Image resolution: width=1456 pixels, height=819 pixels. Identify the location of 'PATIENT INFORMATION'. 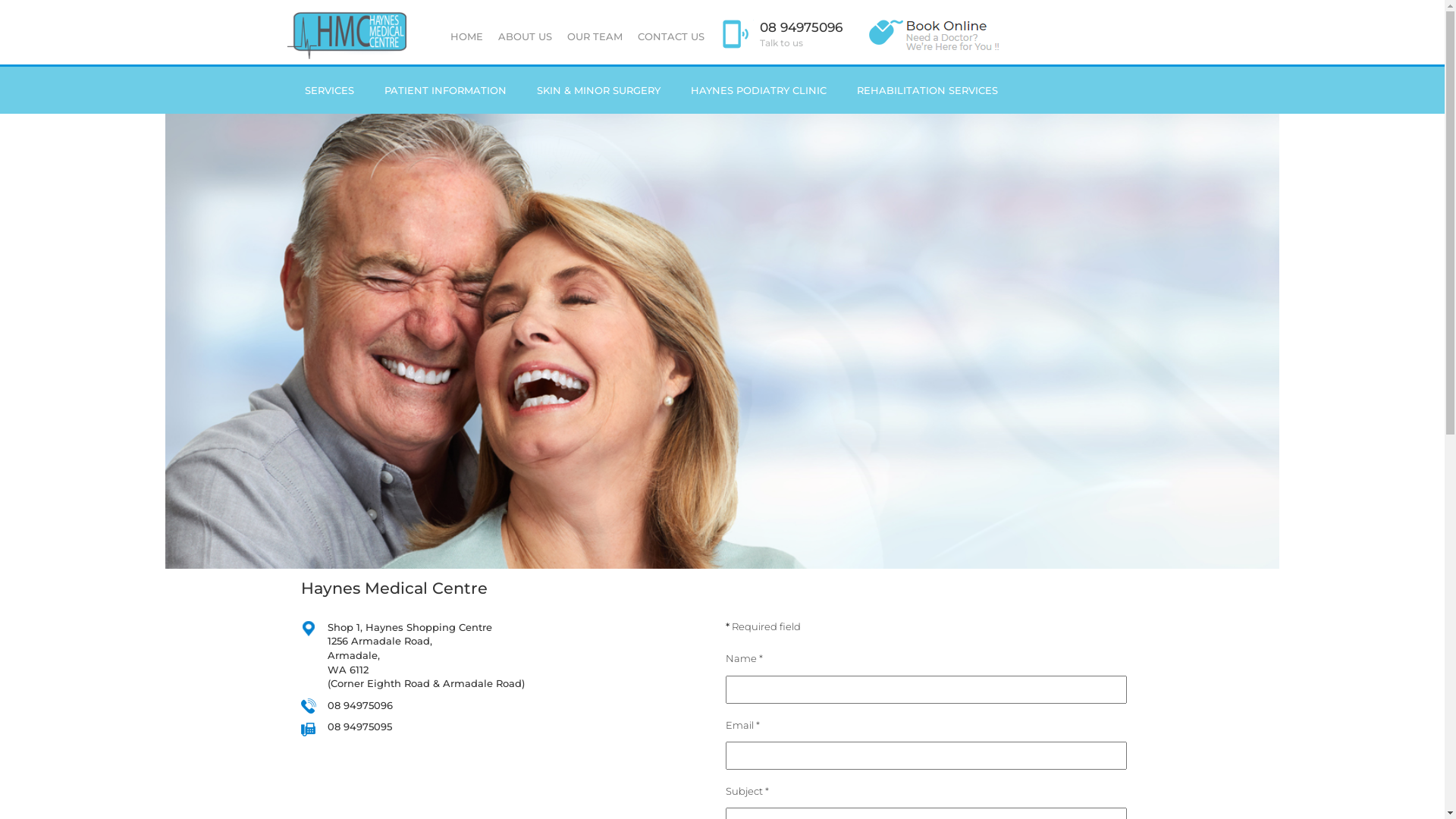
(444, 90).